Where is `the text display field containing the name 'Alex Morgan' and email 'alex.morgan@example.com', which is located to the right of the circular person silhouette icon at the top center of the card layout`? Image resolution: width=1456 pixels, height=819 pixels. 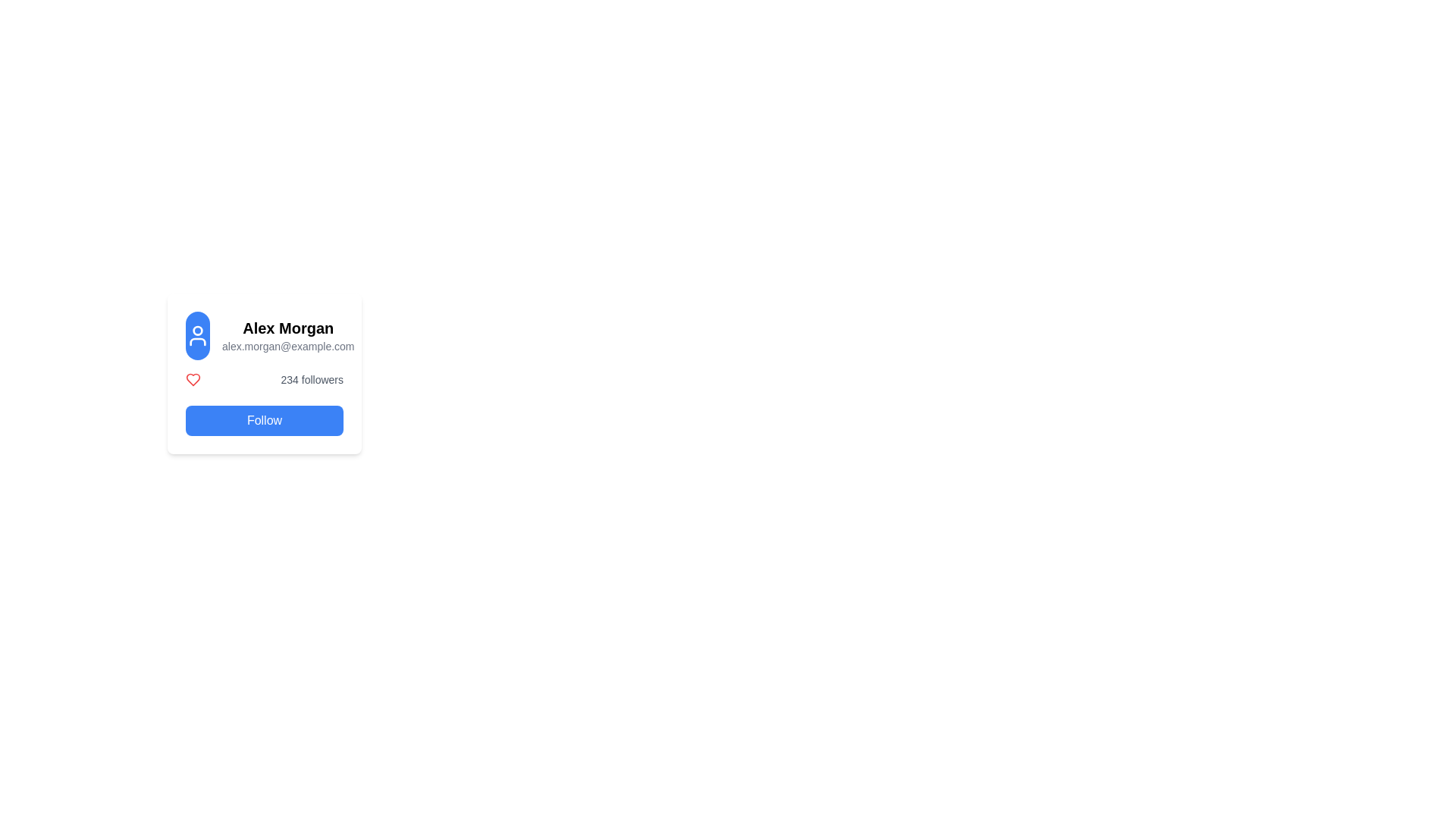
the text display field containing the name 'Alex Morgan' and email 'alex.morgan@example.com', which is located to the right of the circular person silhouette icon at the top center of the card layout is located at coordinates (288, 335).